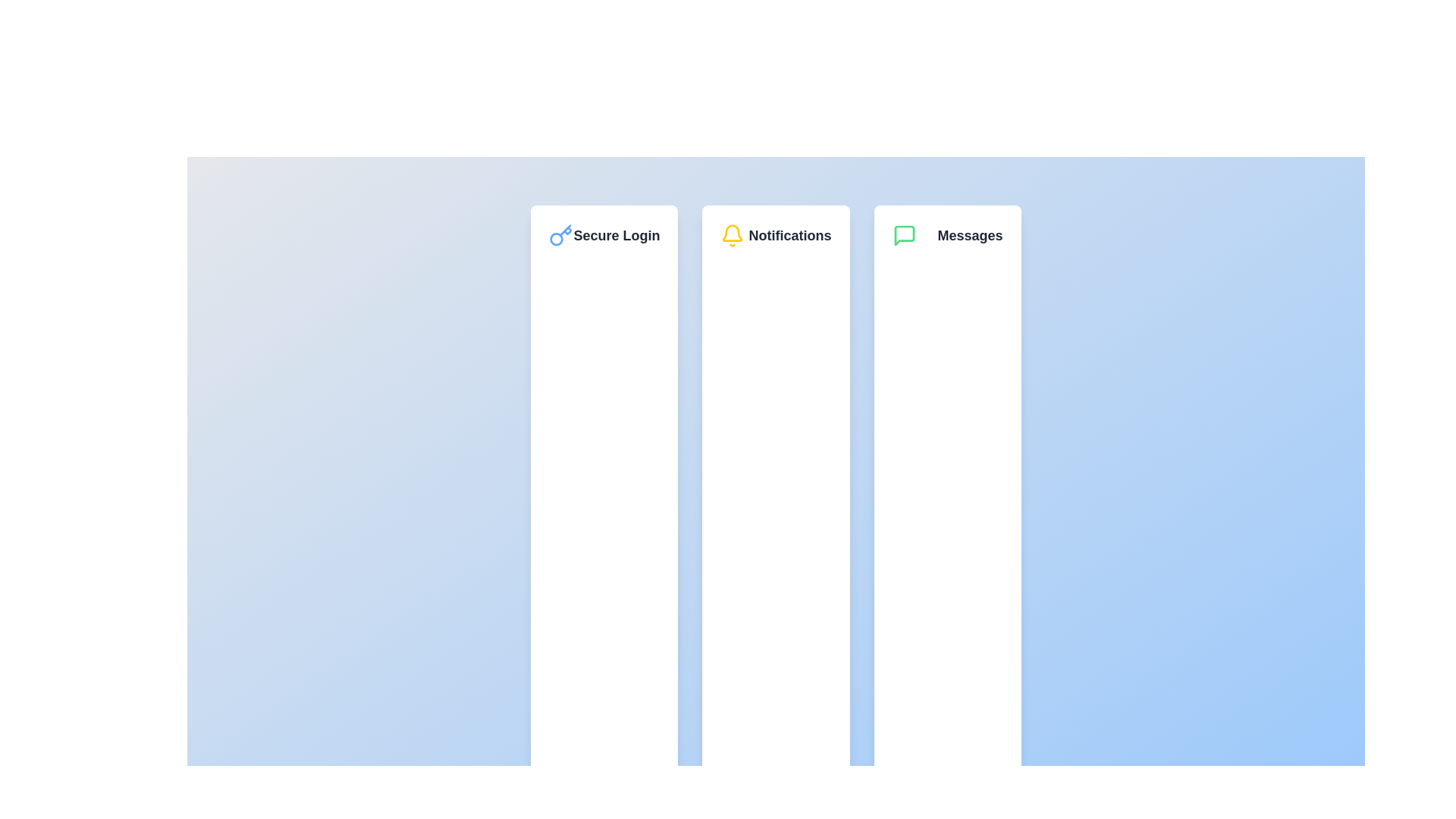  What do you see at coordinates (969, 236) in the screenshot?
I see `the text label displaying 'Messages', which is a bold grayish-black heading positioned on the right side of the interface, second in a group of three elements` at bounding box center [969, 236].